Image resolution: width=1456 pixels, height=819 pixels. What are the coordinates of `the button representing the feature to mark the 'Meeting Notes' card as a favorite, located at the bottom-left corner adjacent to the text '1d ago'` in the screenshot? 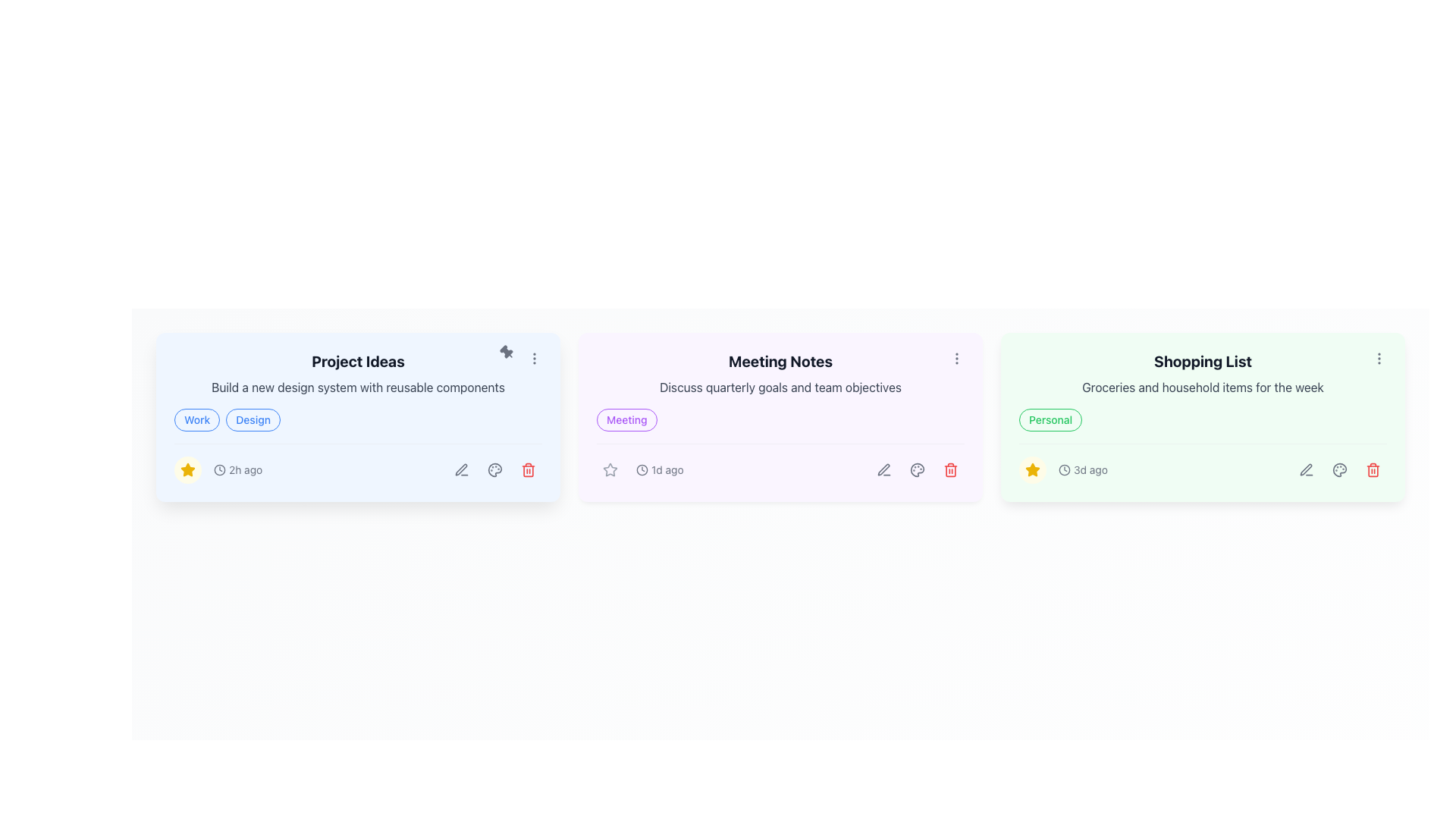 It's located at (610, 469).